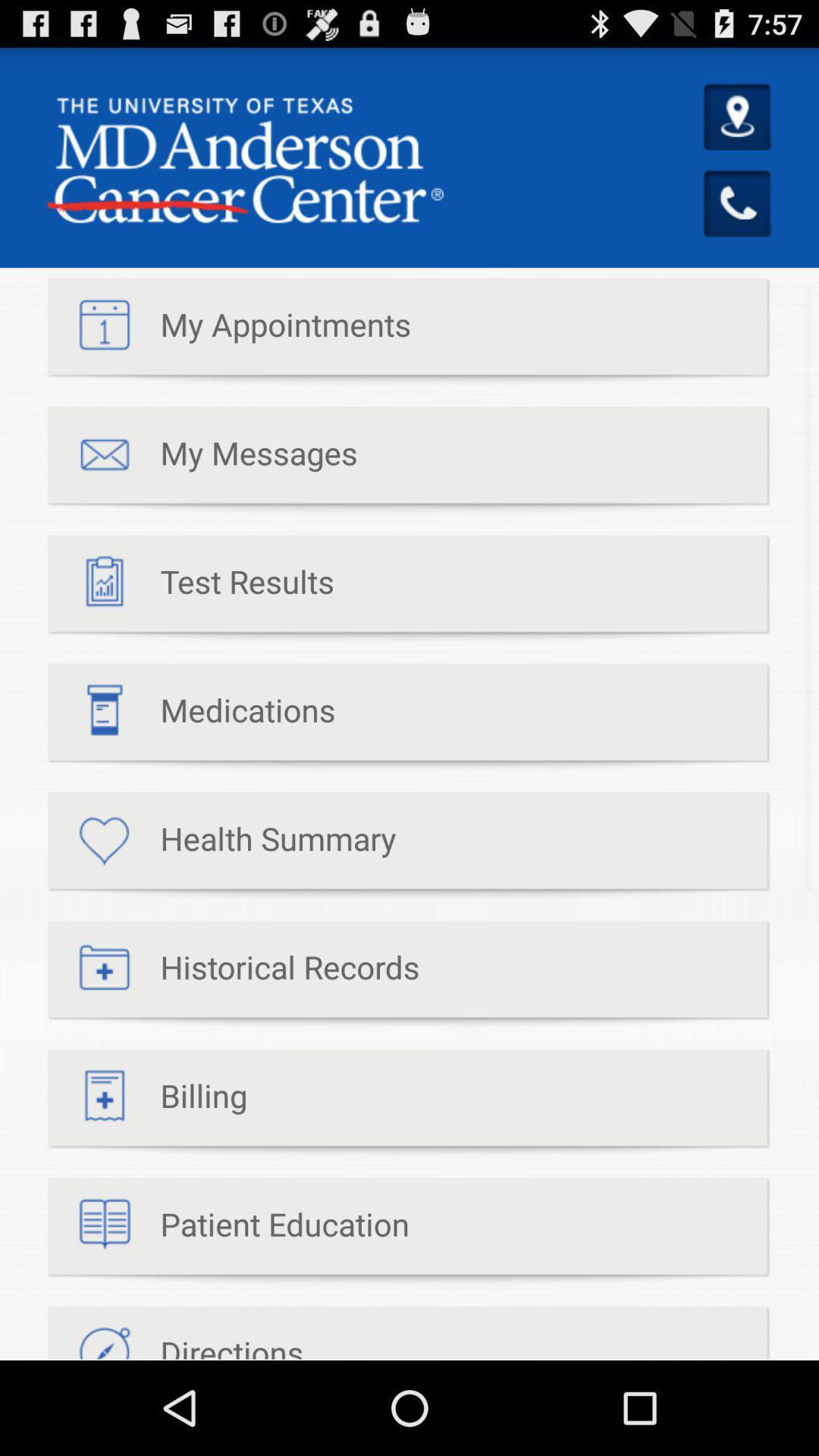 Image resolution: width=819 pixels, height=1456 pixels. I want to click on medications icon, so click(190, 717).